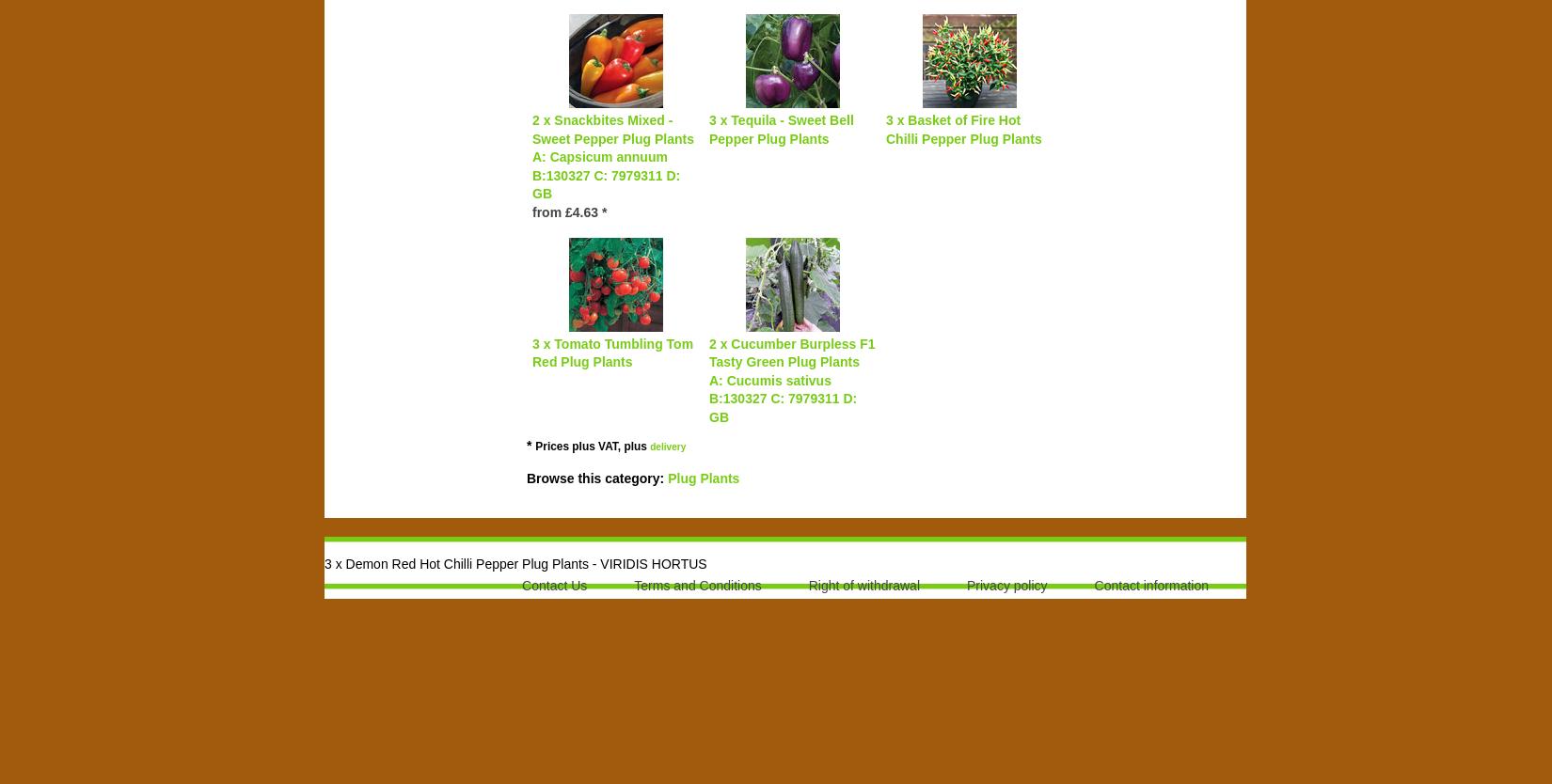  What do you see at coordinates (611, 351) in the screenshot?
I see `'3 x Tomato Tumbling Tom Red Plug Plants'` at bounding box center [611, 351].